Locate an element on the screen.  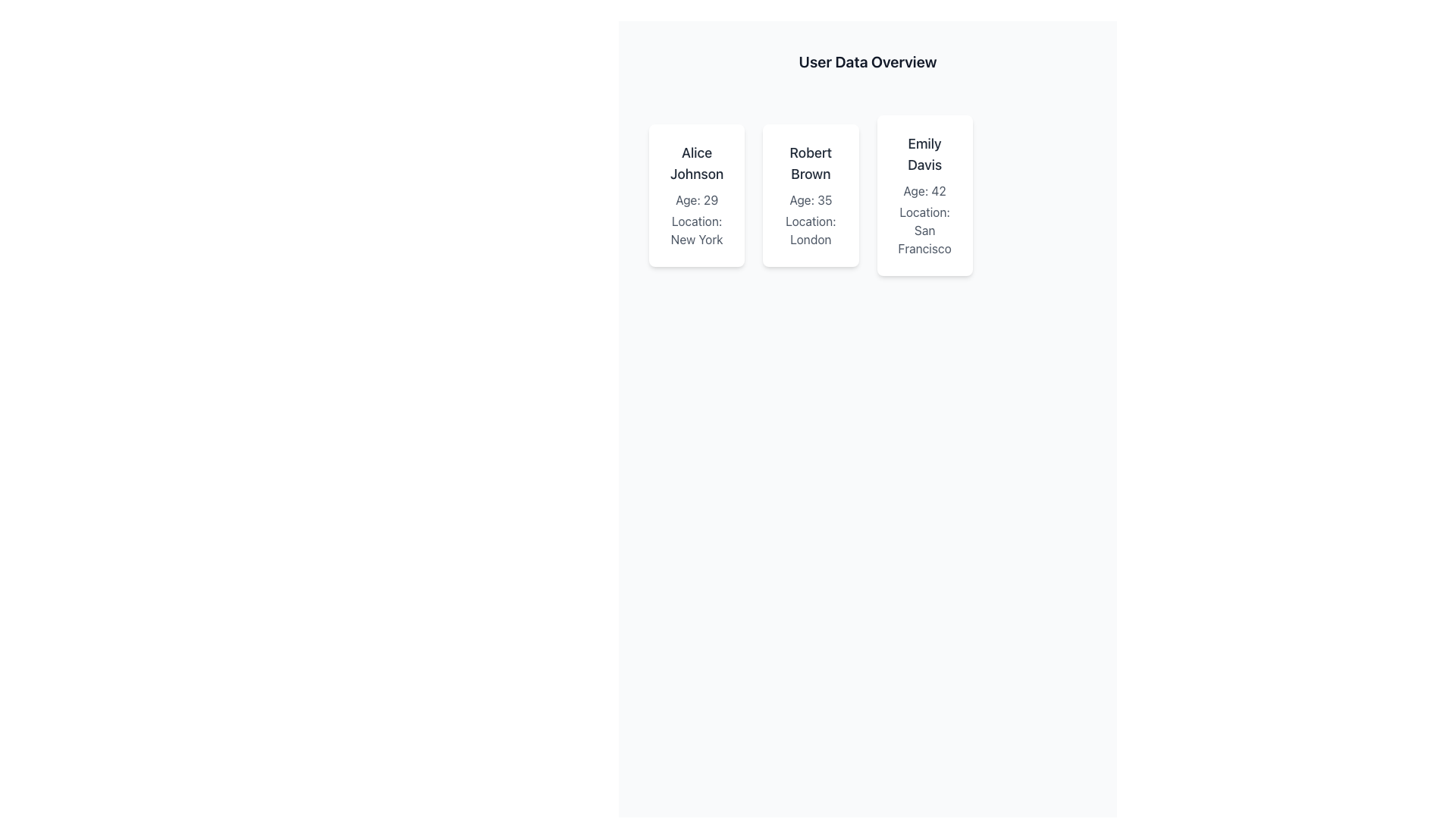
the text label displaying 'Location: London', which is styled in gray and positioned under 'Age: 35' and 'Robert Brown' in the middle card of a three-column layout is located at coordinates (810, 231).